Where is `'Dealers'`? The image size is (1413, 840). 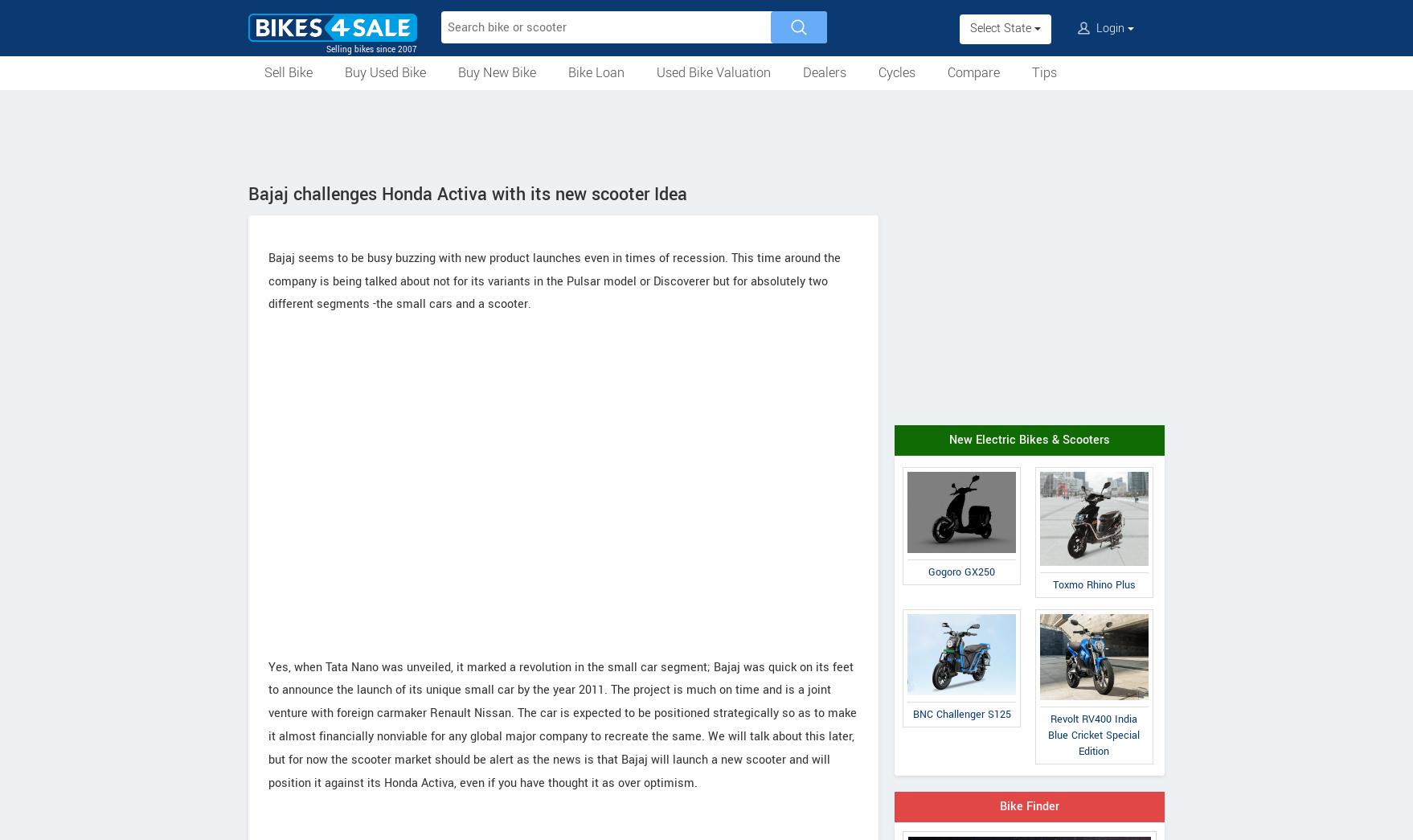 'Dealers' is located at coordinates (824, 72).